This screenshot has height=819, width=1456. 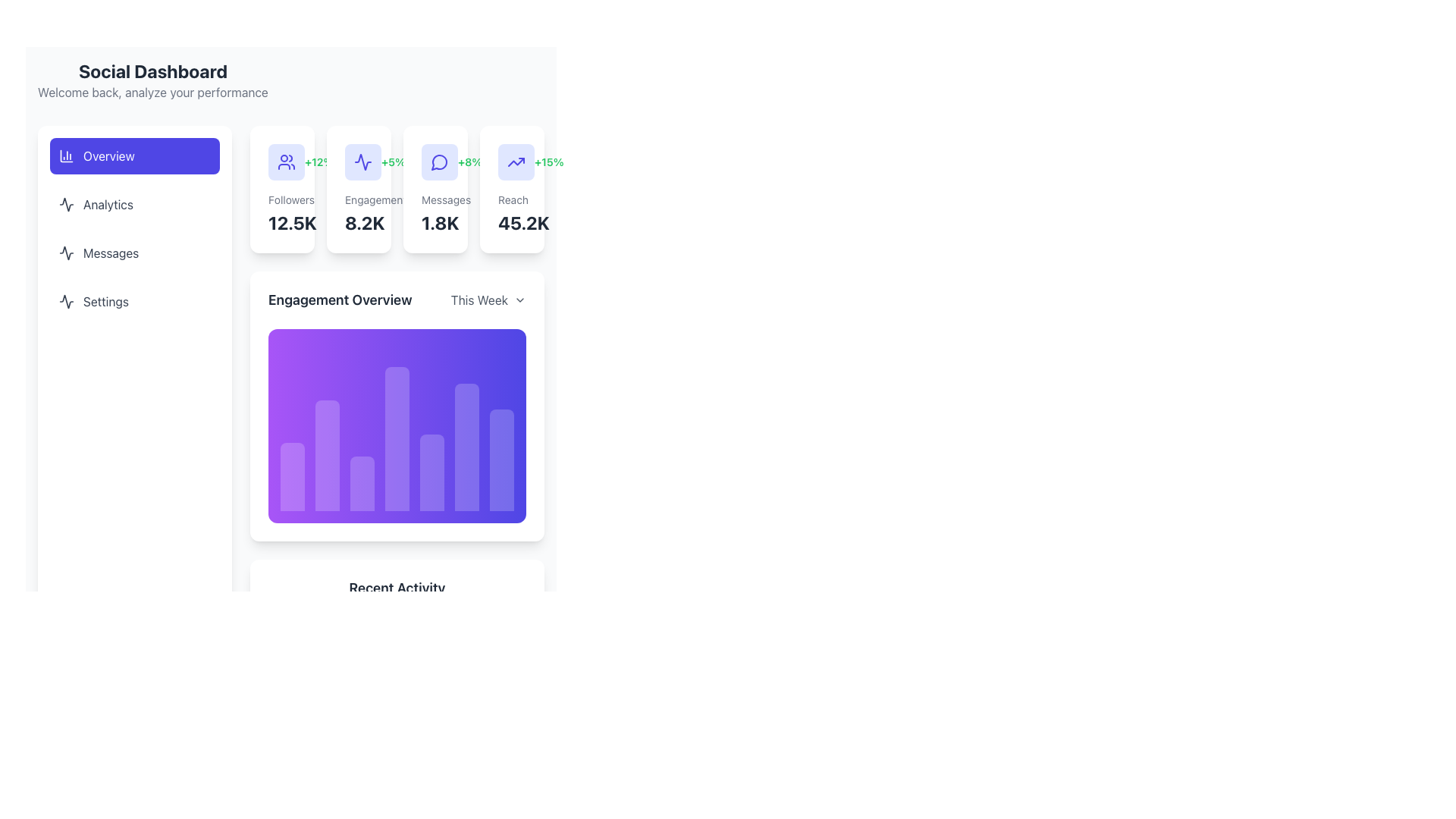 What do you see at coordinates (438, 162) in the screenshot?
I see `the speech bubble icon, which is a vector representation with a circular outer boundary and a triangle at the bottom left, located within the third card from the left in the row of status cards, representing 'Messages'` at bounding box center [438, 162].